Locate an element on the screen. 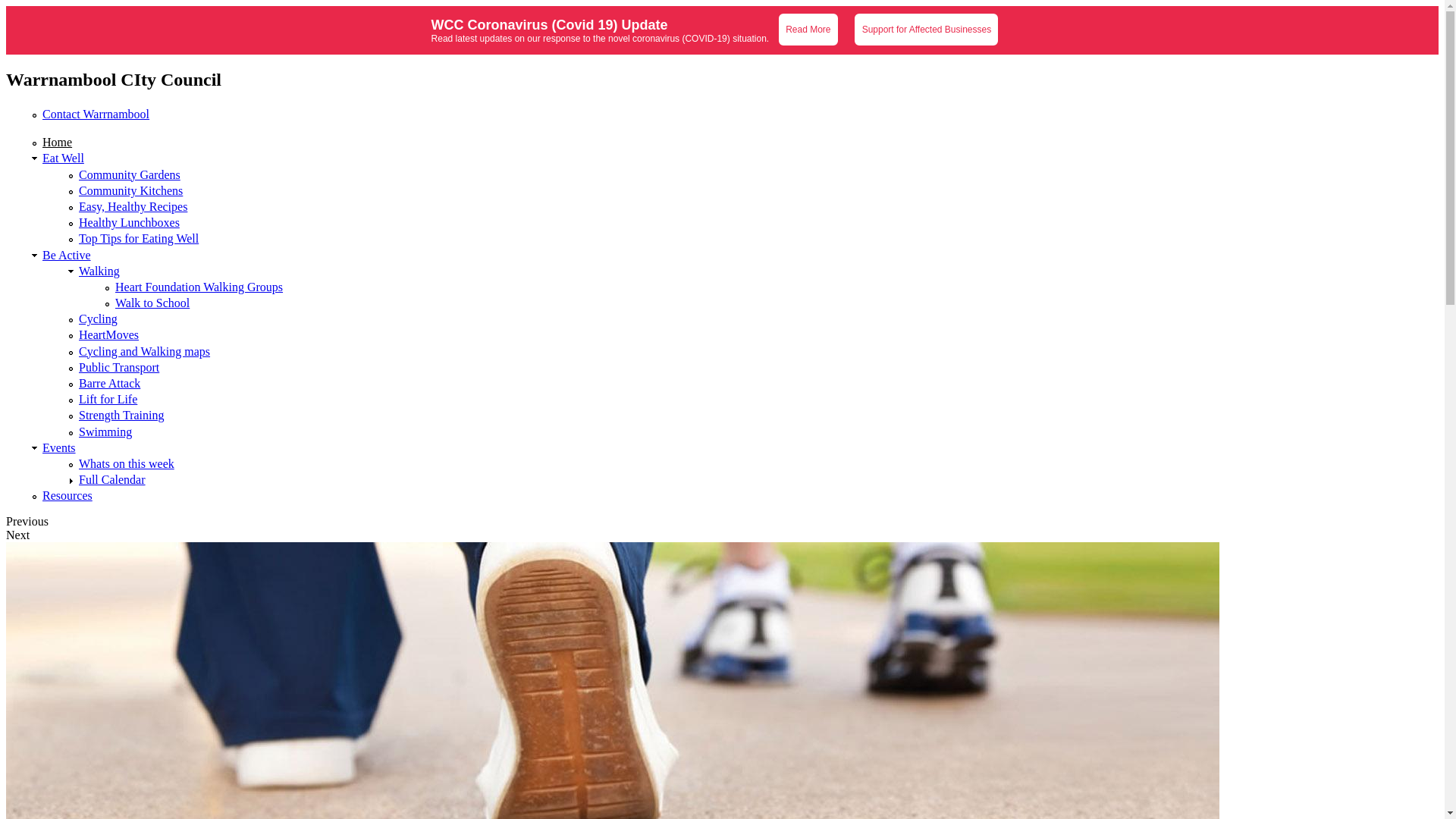  'Easy, Healthy Recipes' is located at coordinates (133, 206).